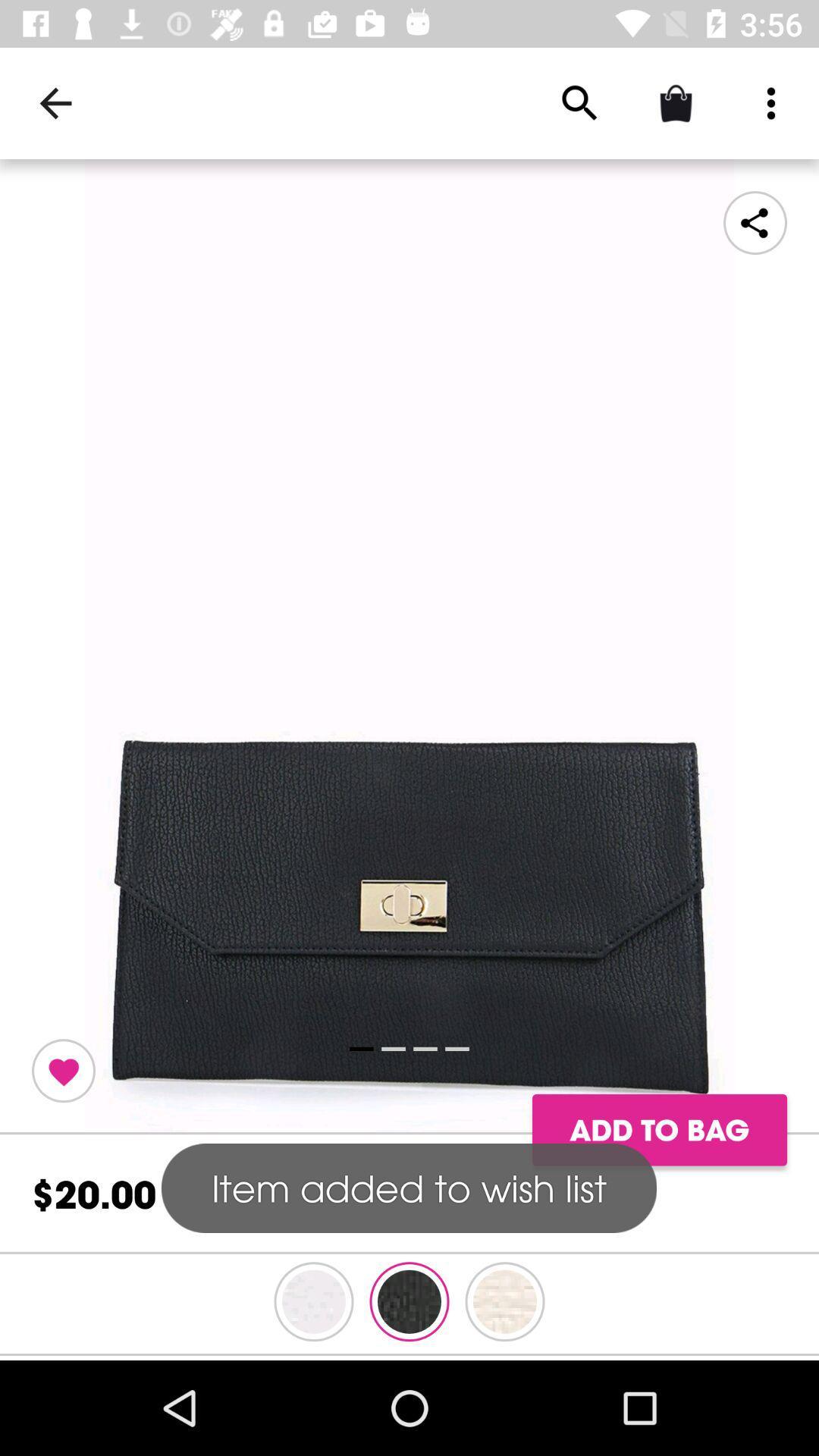  What do you see at coordinates (409, 647) in the screenshot?
I see `enlarge picture` at bounding box center [409, 647].